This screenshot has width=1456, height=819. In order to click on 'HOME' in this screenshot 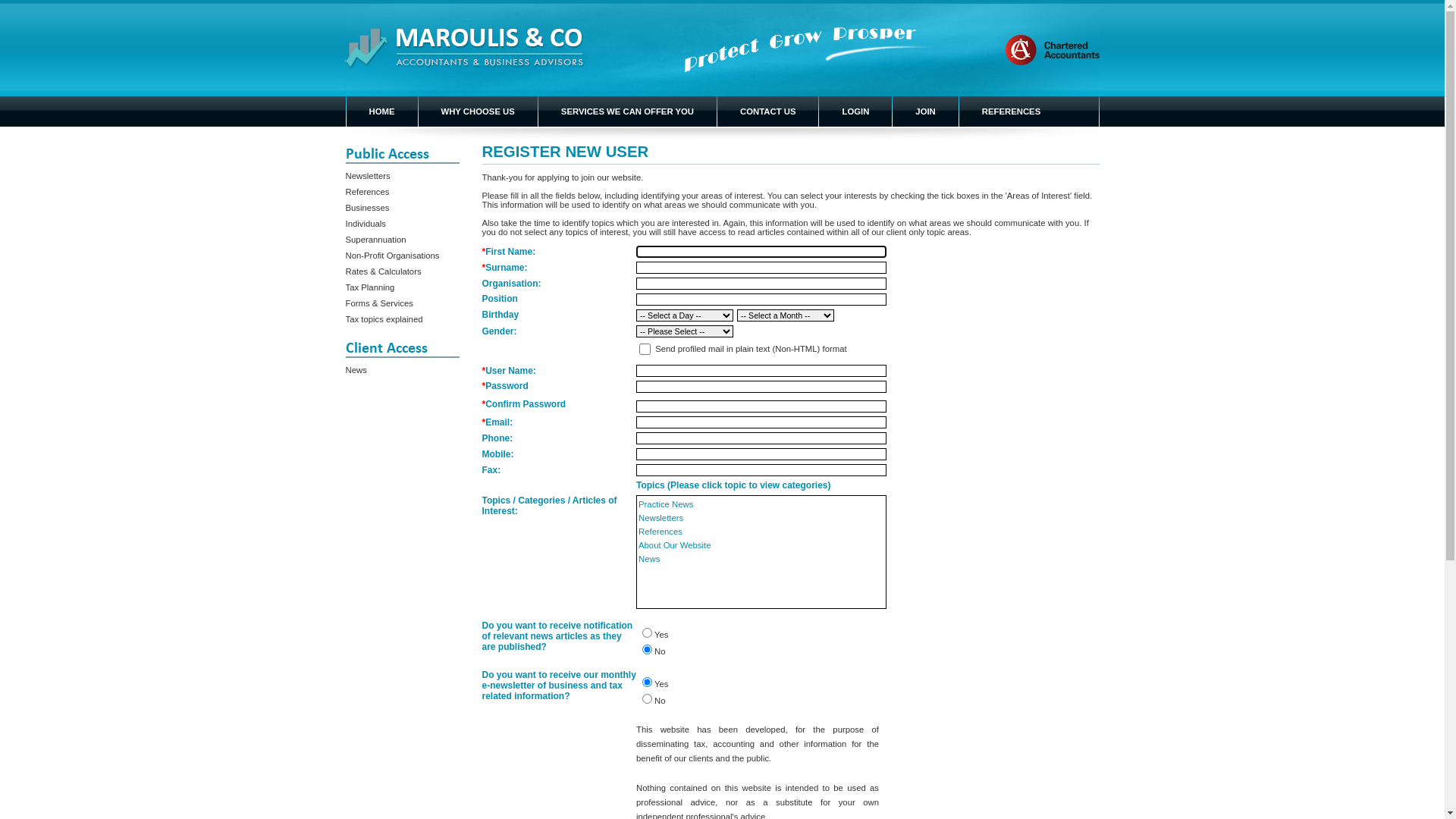, I will do `click(381, 110)`.